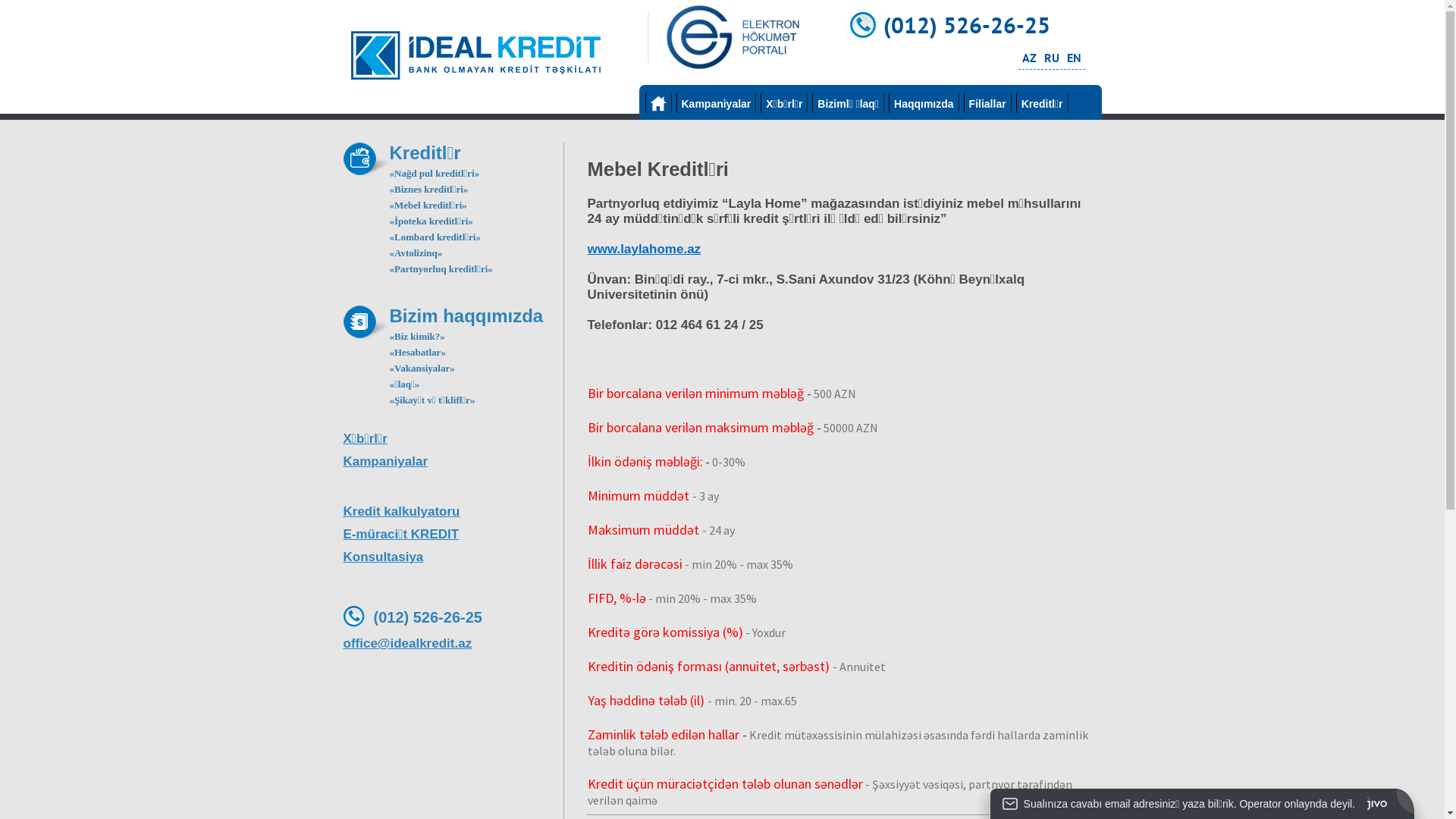 This screenshot has height=819, width=1456. I want to click on 'office@idealkredit.az', so click(341, 643).